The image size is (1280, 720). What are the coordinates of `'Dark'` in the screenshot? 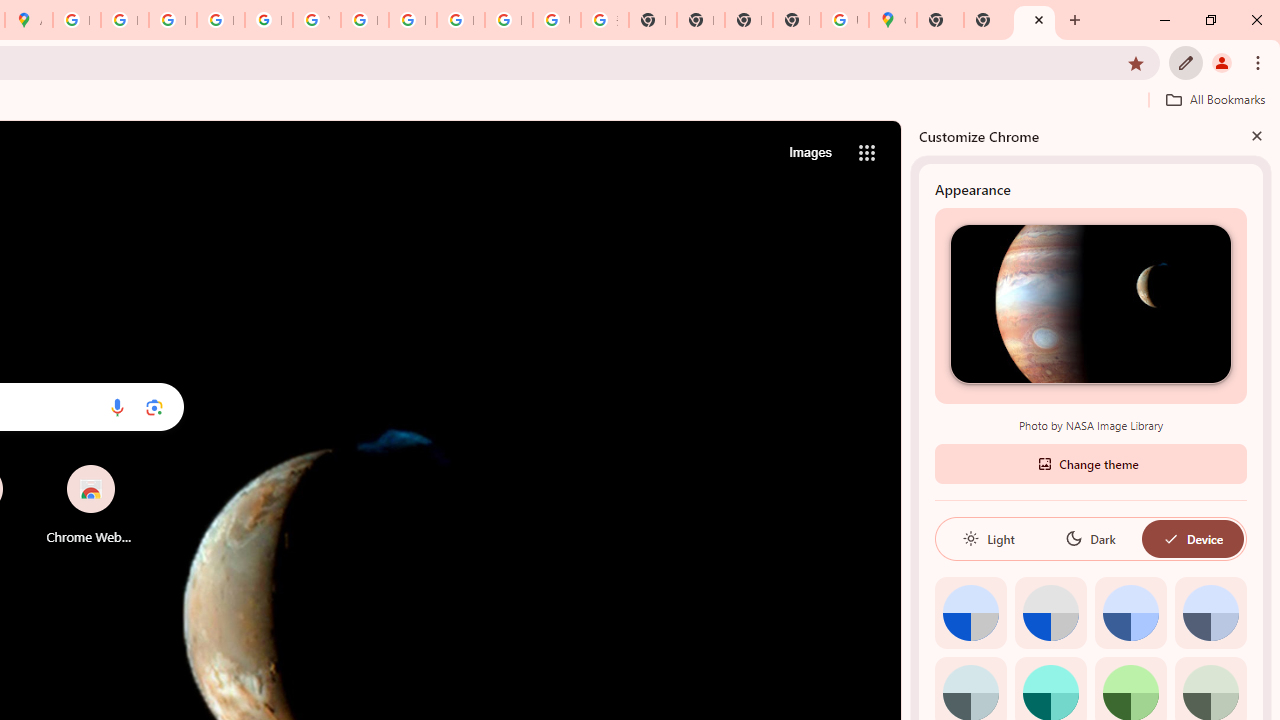 It's located at (1089, 537).